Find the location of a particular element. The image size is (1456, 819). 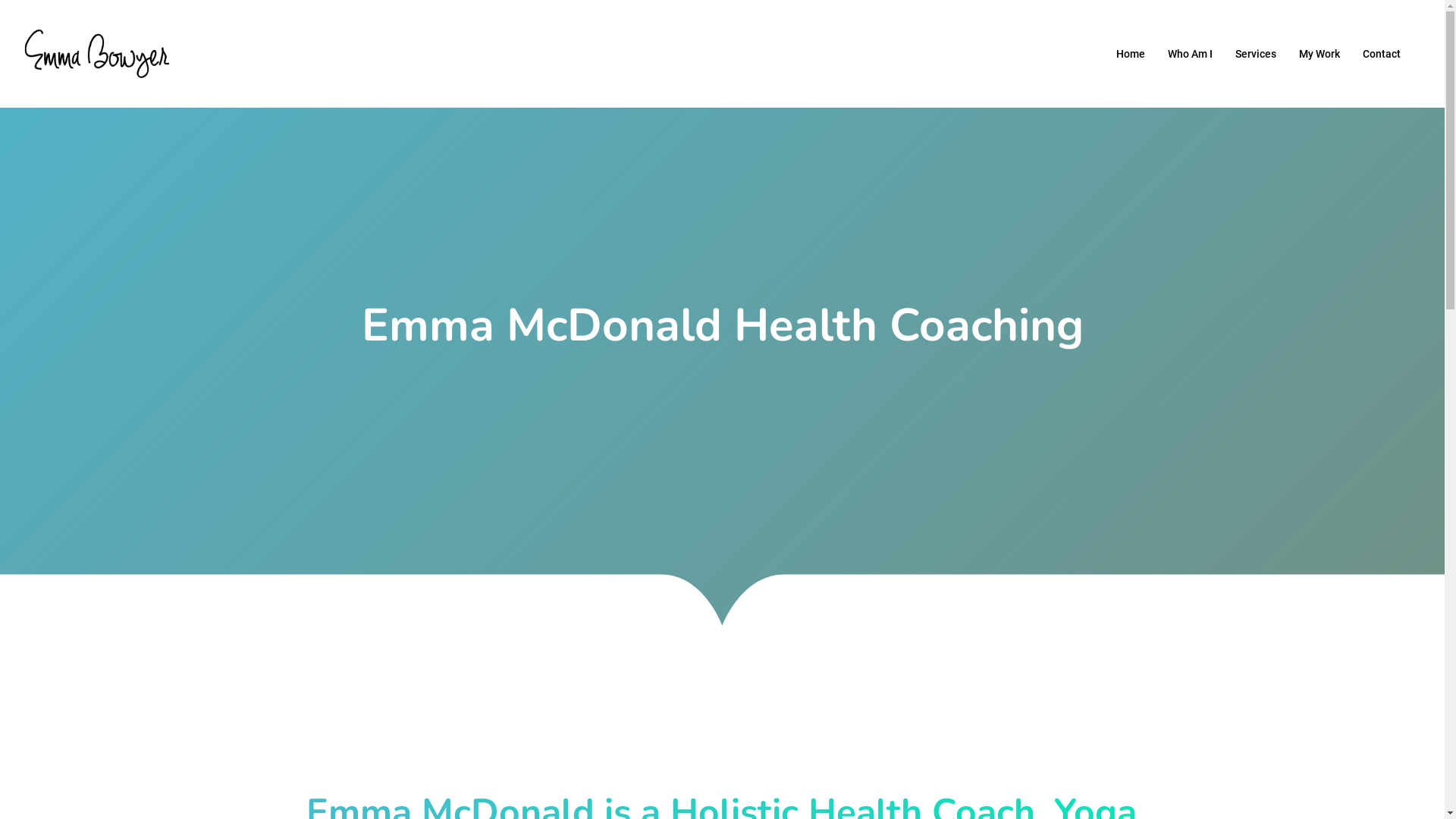

'Who Am I' is located at coordinates (1189, 52).